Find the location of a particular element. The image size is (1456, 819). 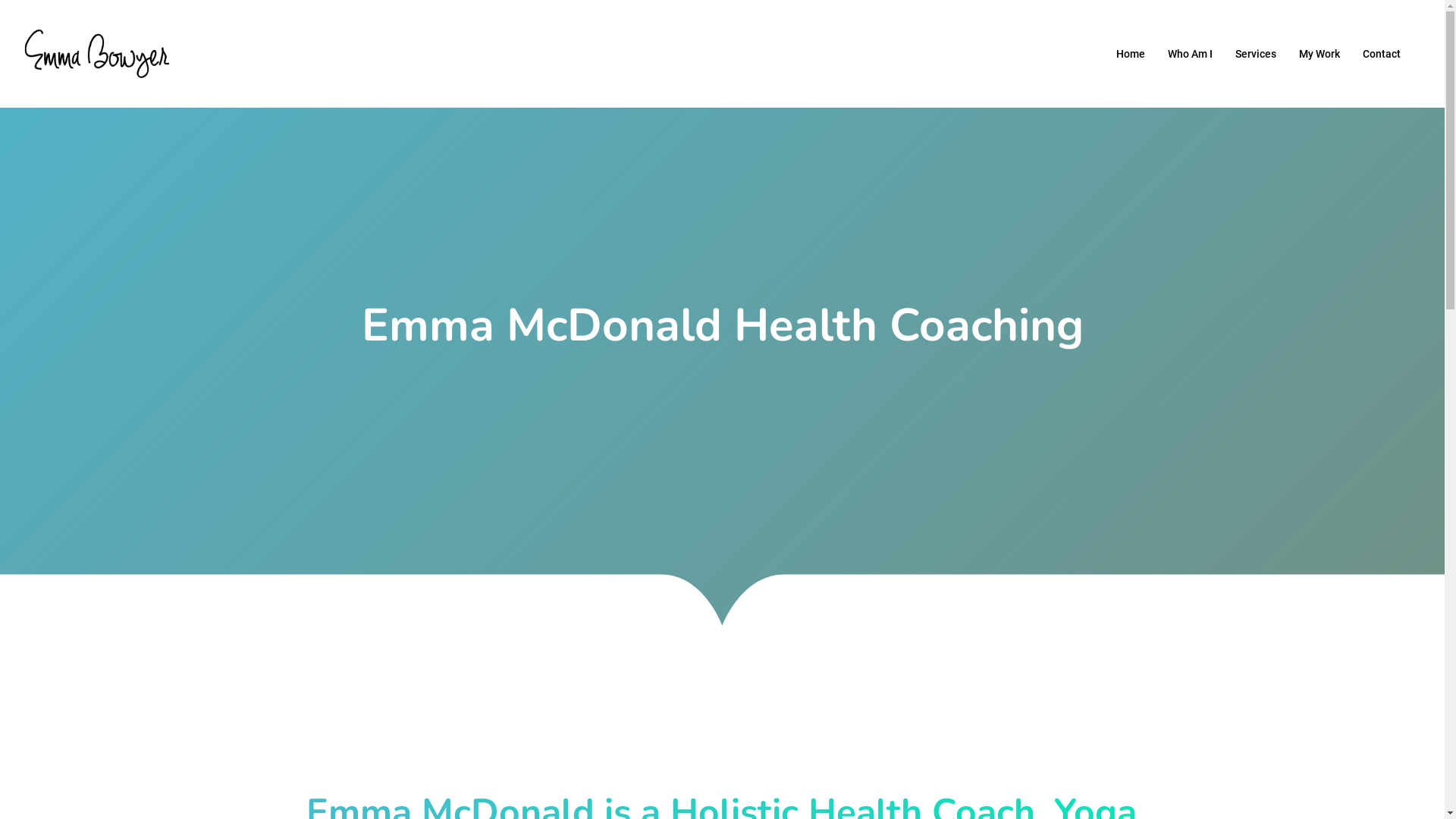

'Who Am I' is located at coordinates (1189, 52).